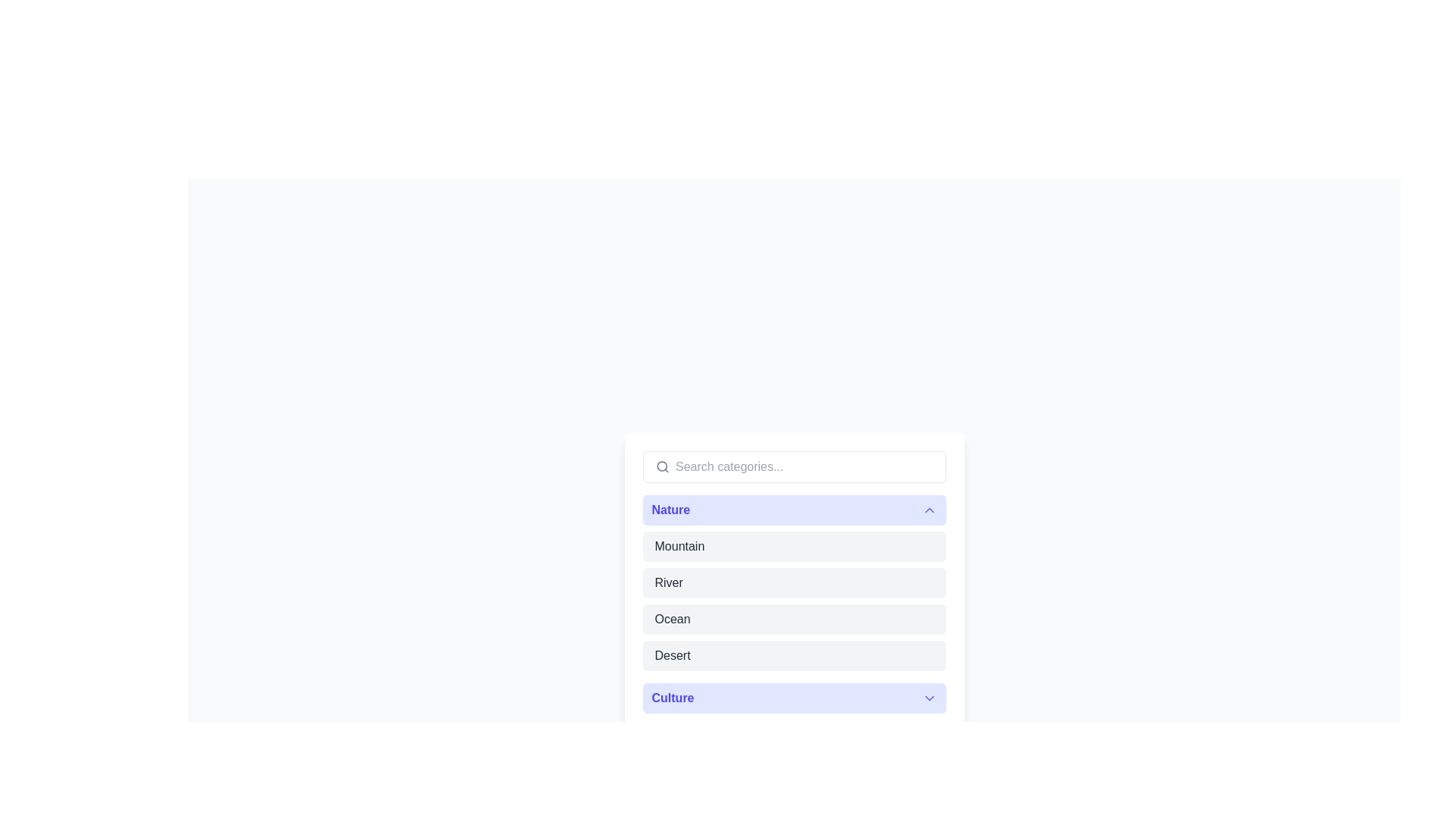 This screenshot has height=819, width=1456. Describe the element at coordinates (928, 698) in the screenshot. I see `the downward-facing indigo chevron icon located to the right of the 'Culture' label` at that location.